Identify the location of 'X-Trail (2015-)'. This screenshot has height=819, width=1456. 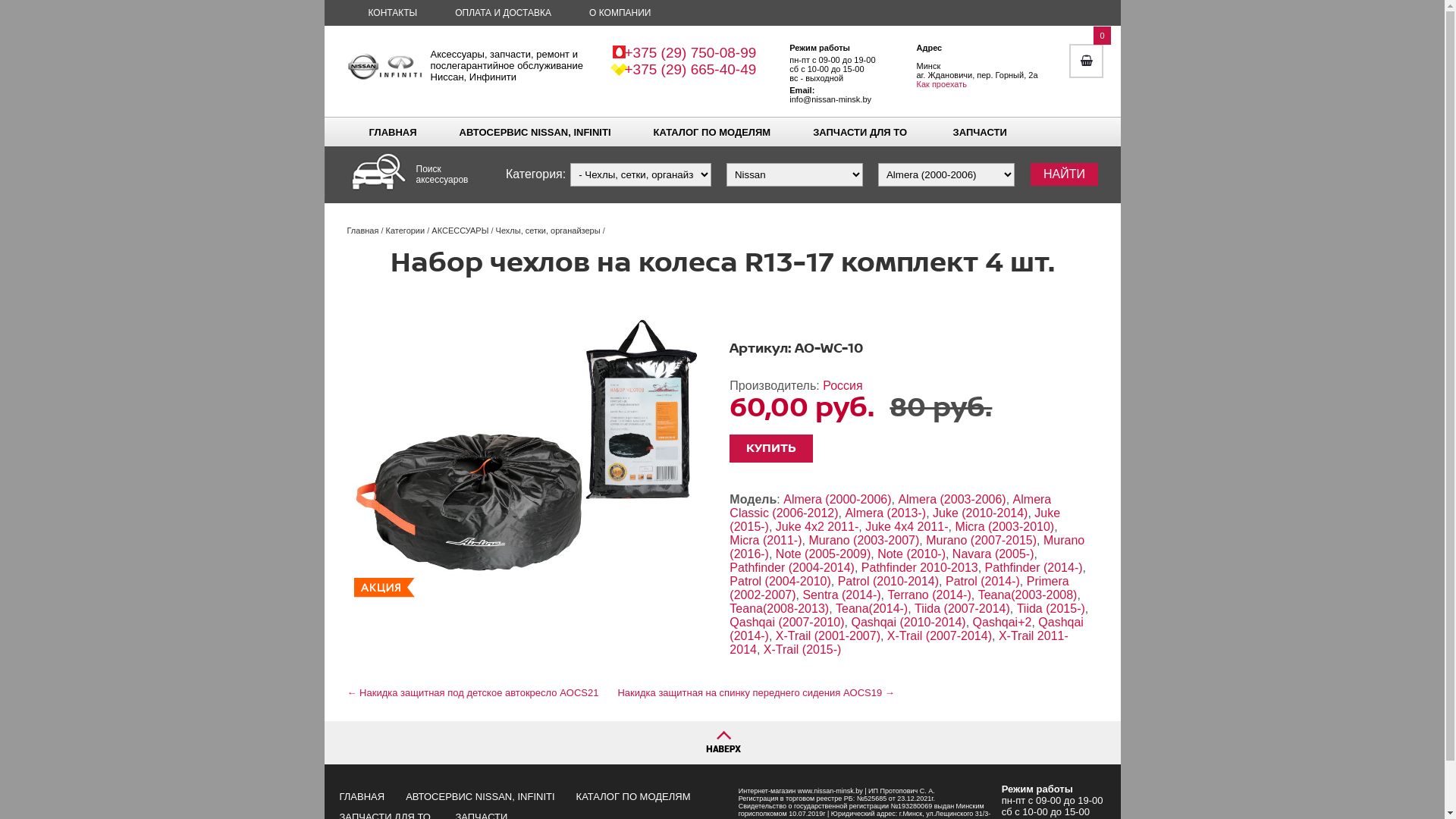
(802, 648).